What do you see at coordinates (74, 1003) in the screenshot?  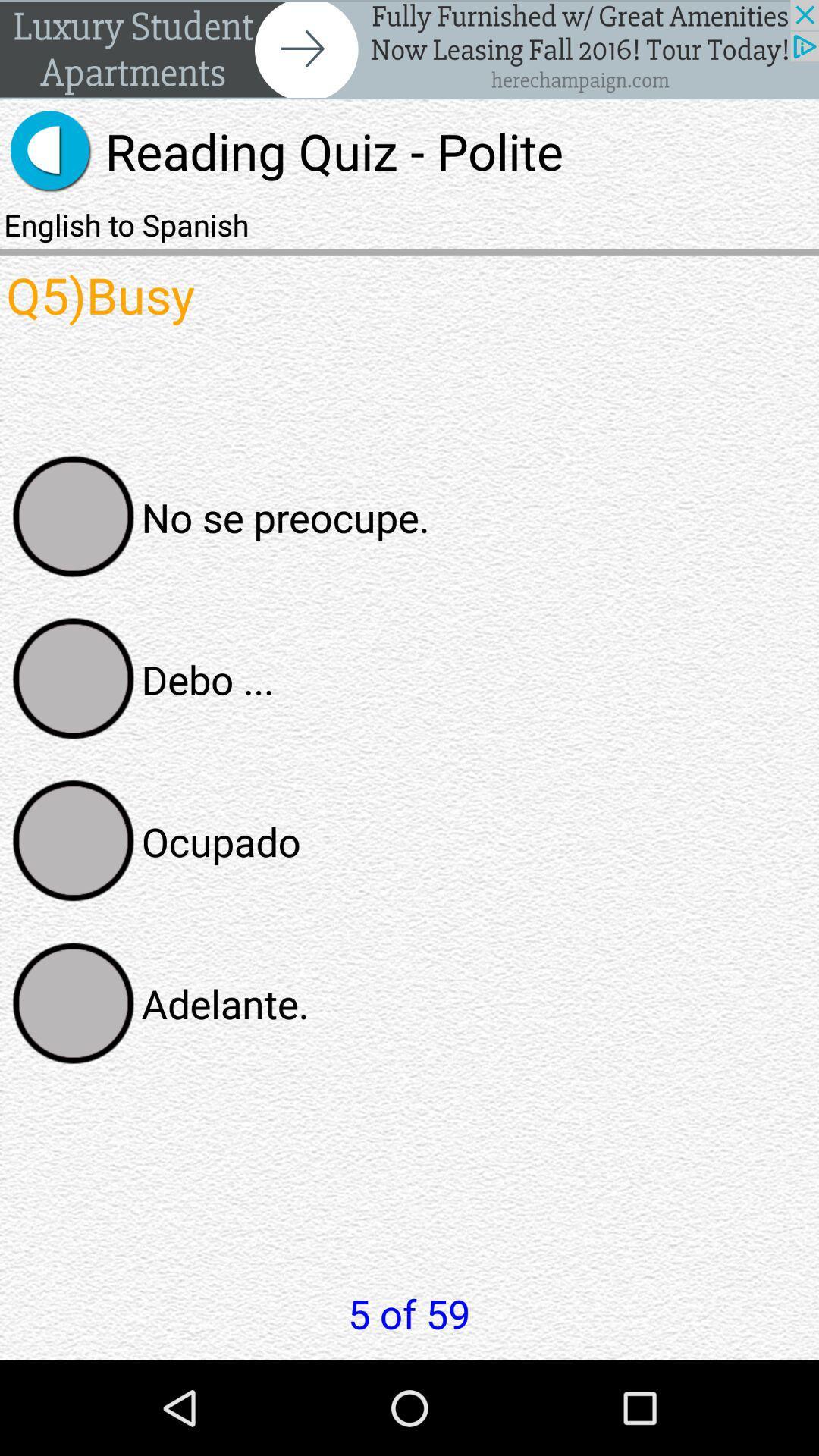 I see `adelante` at bounding box center [74, 1003].